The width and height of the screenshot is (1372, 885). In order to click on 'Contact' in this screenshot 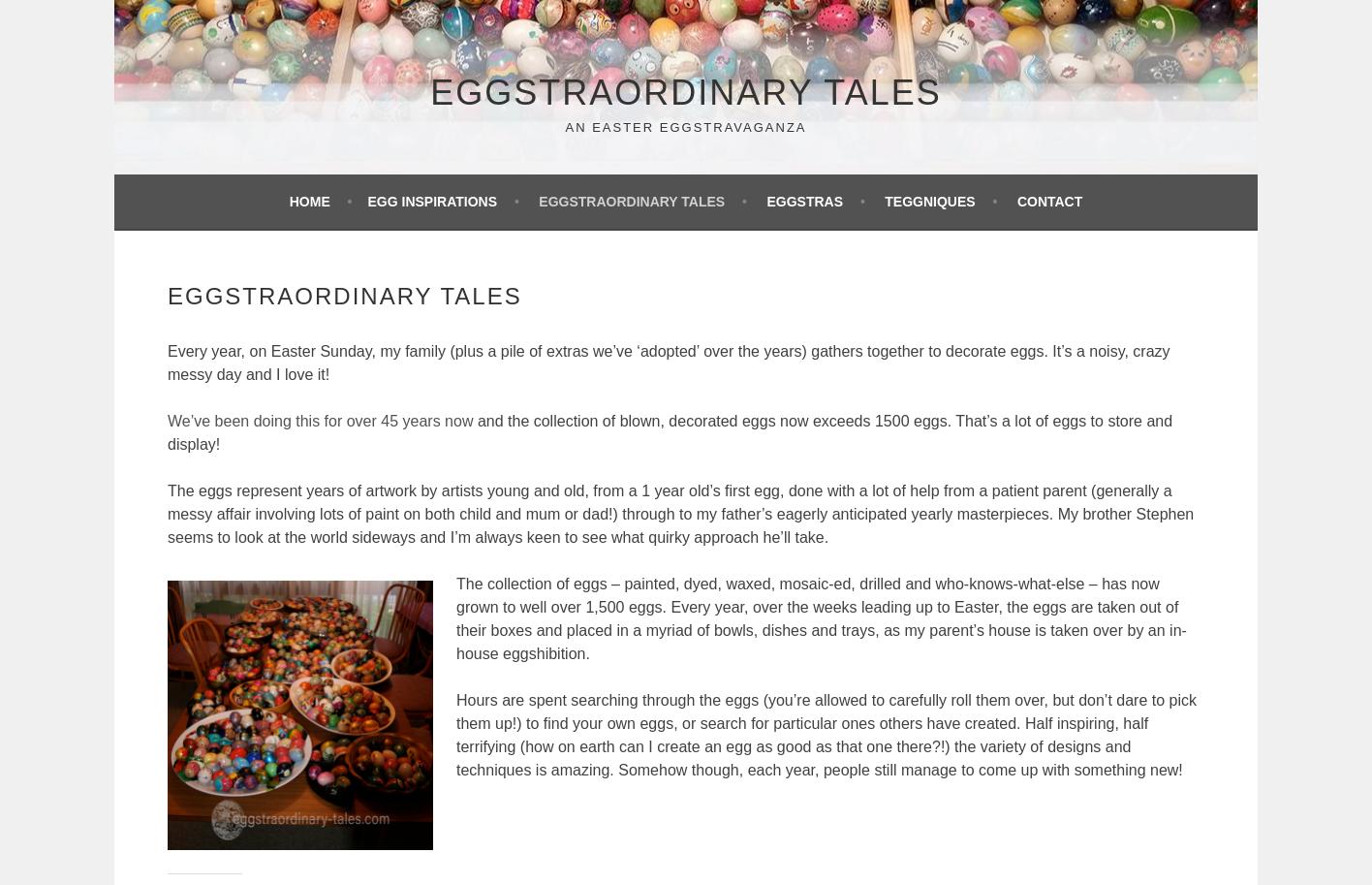, I will do `click(1048, 200)`.